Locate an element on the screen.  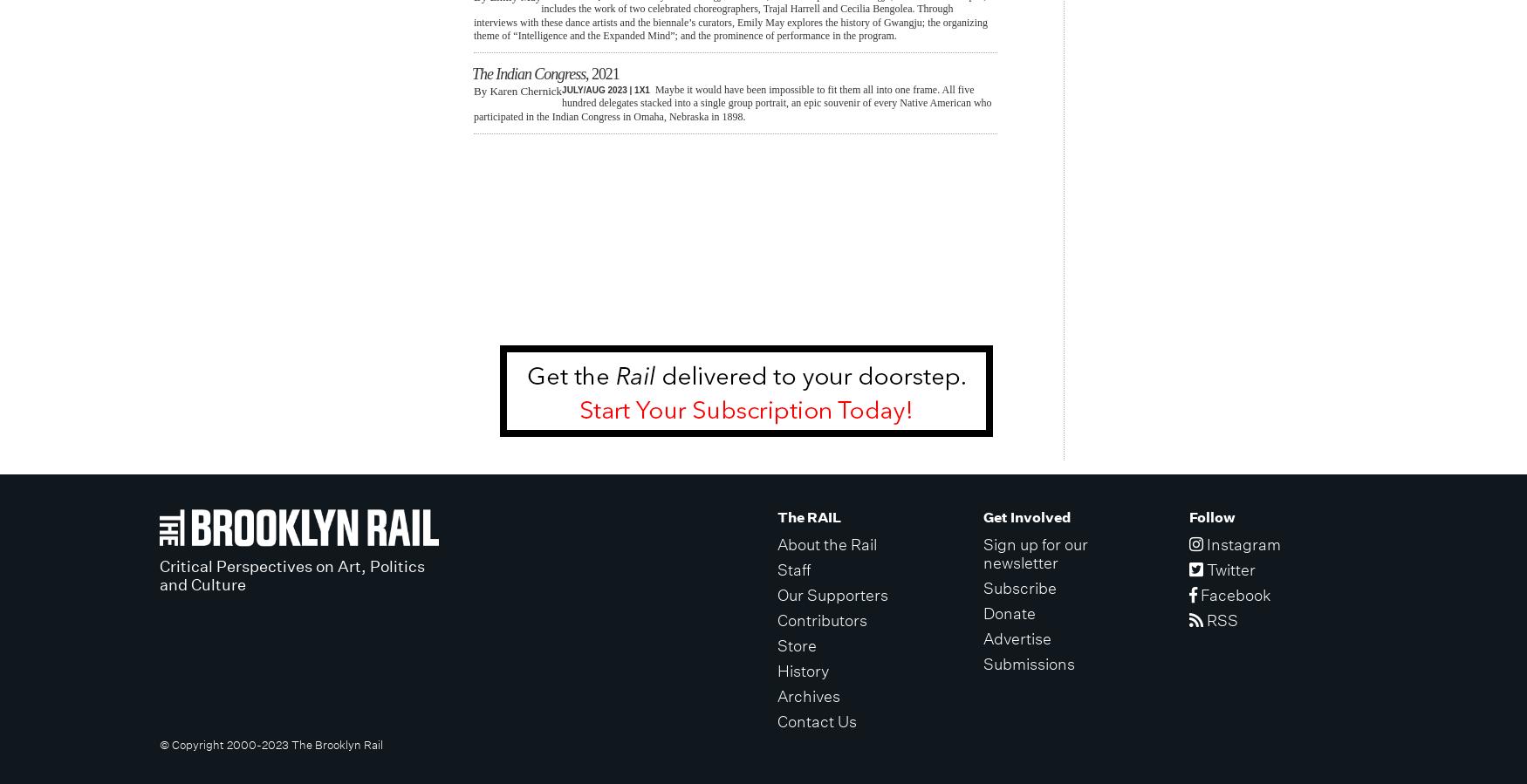
'Advertise' is located at coordinates (1017, 637).